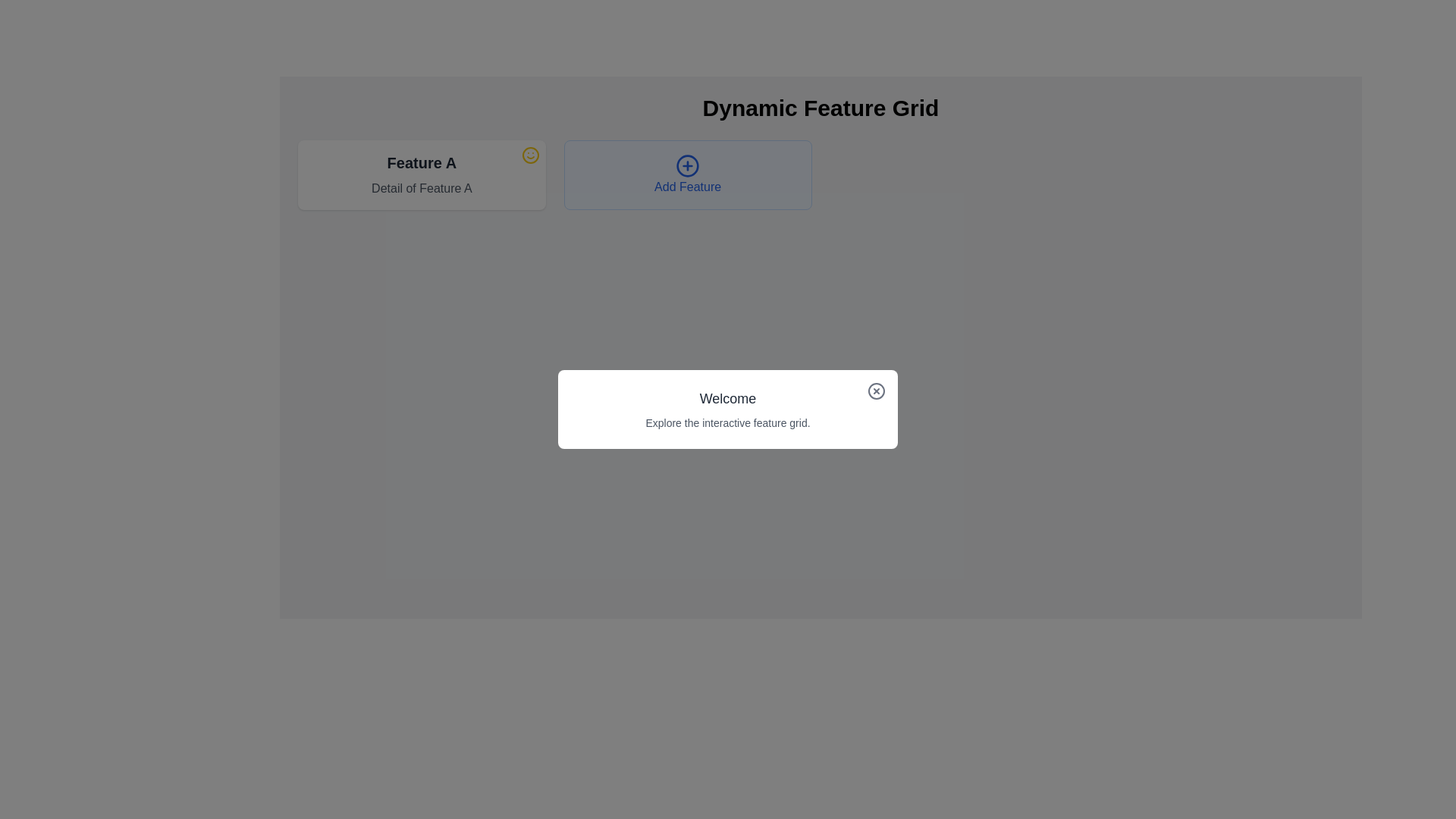 The width and height of the screenshot is (1456, 819). What do you see at coordinates (530, 155) in the screenshot?
I see `the circular smiling face icon with a yellow outline` at bounding box center [530, 155].